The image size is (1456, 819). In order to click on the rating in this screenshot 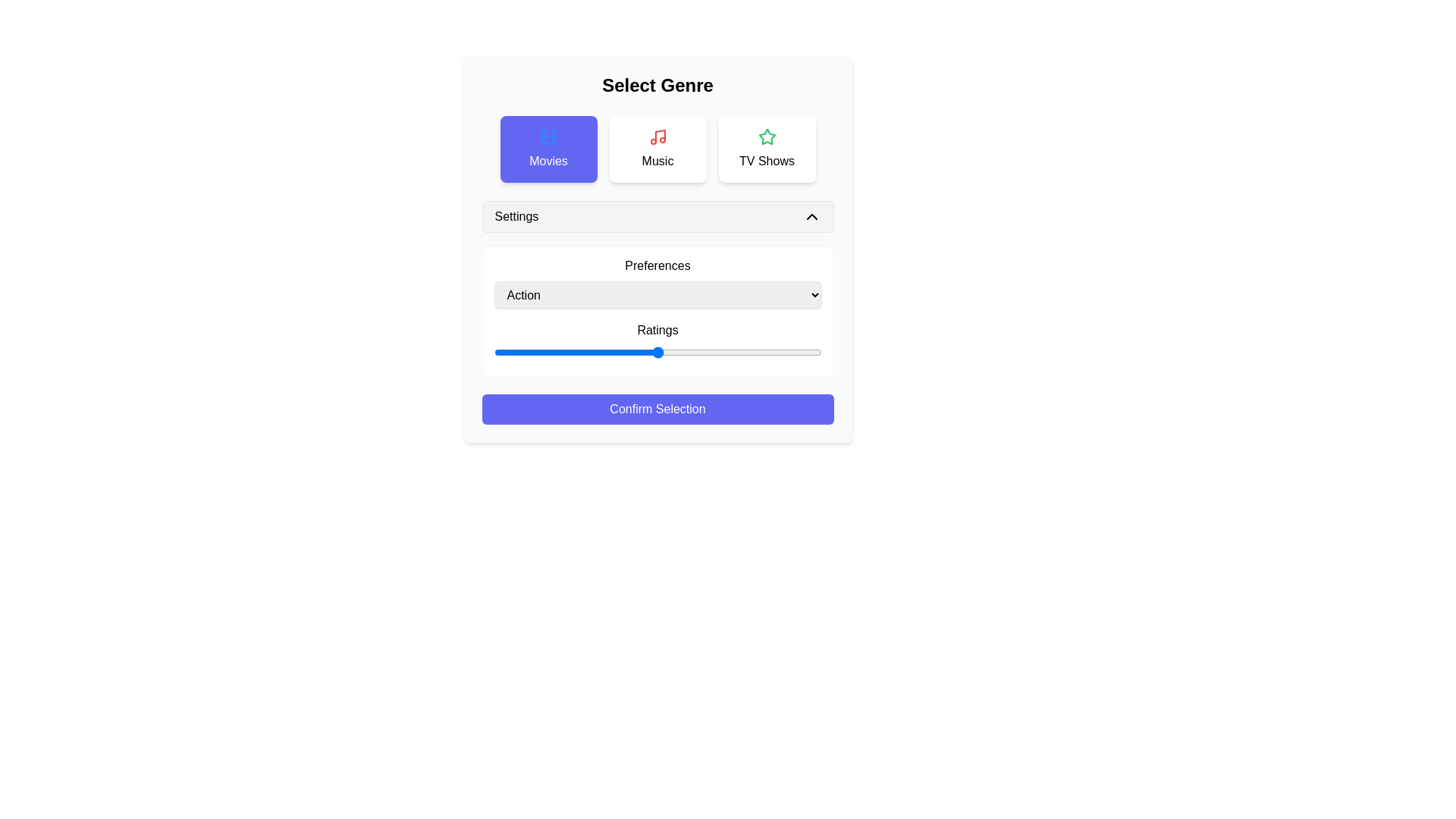, I will do `click(530, 353)`.